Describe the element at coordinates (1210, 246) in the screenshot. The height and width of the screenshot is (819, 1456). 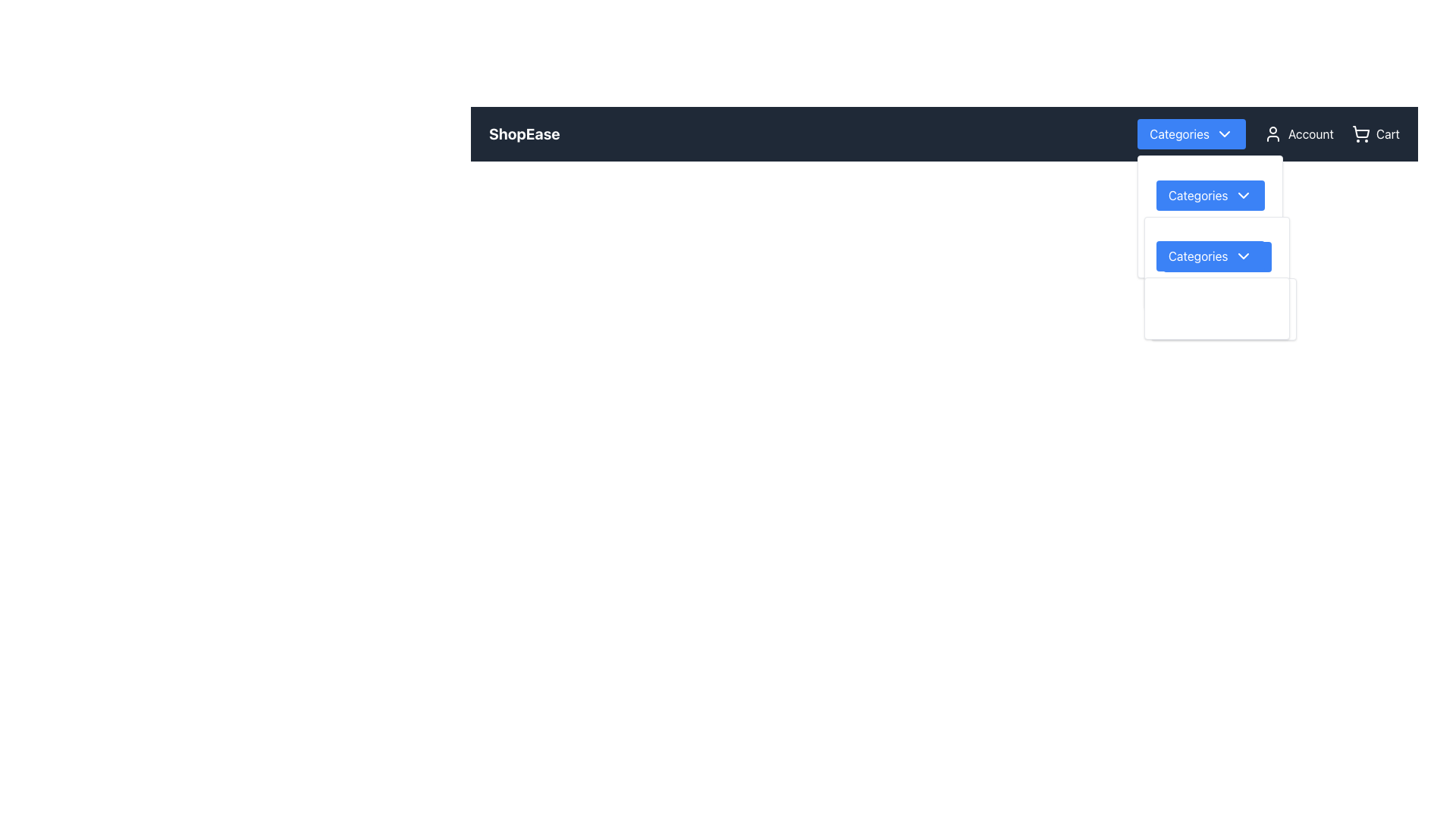
I see `the Dropdown Button positioned below the 'Categories' button` at that location.